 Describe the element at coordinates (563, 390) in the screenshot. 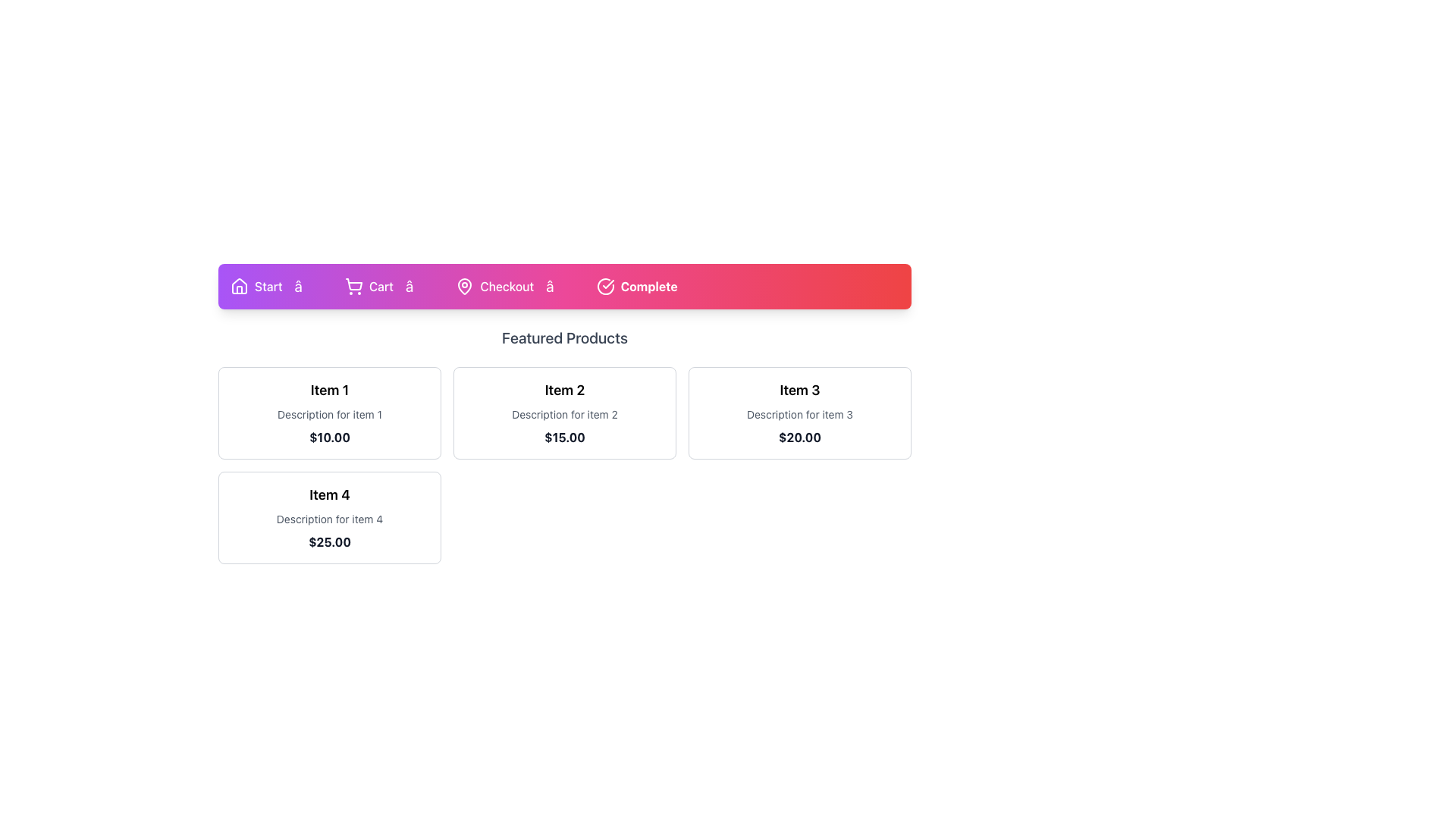

I see `the text label displaying 'Item 2', which is styled in bold black and positioned at the top of the second product card` at that location.